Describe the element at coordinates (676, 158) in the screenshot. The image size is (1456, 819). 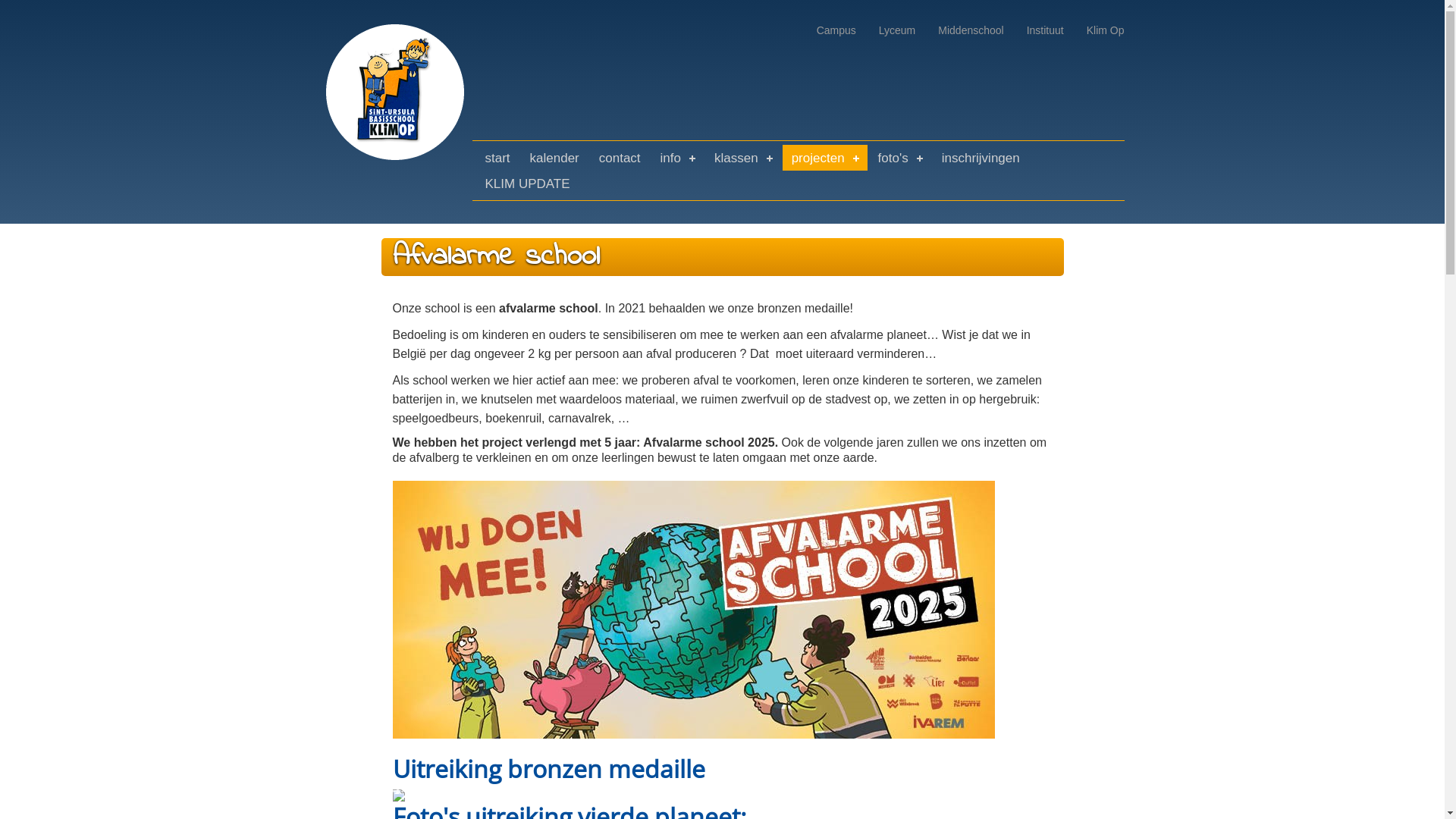
I see `'info'` at that location.